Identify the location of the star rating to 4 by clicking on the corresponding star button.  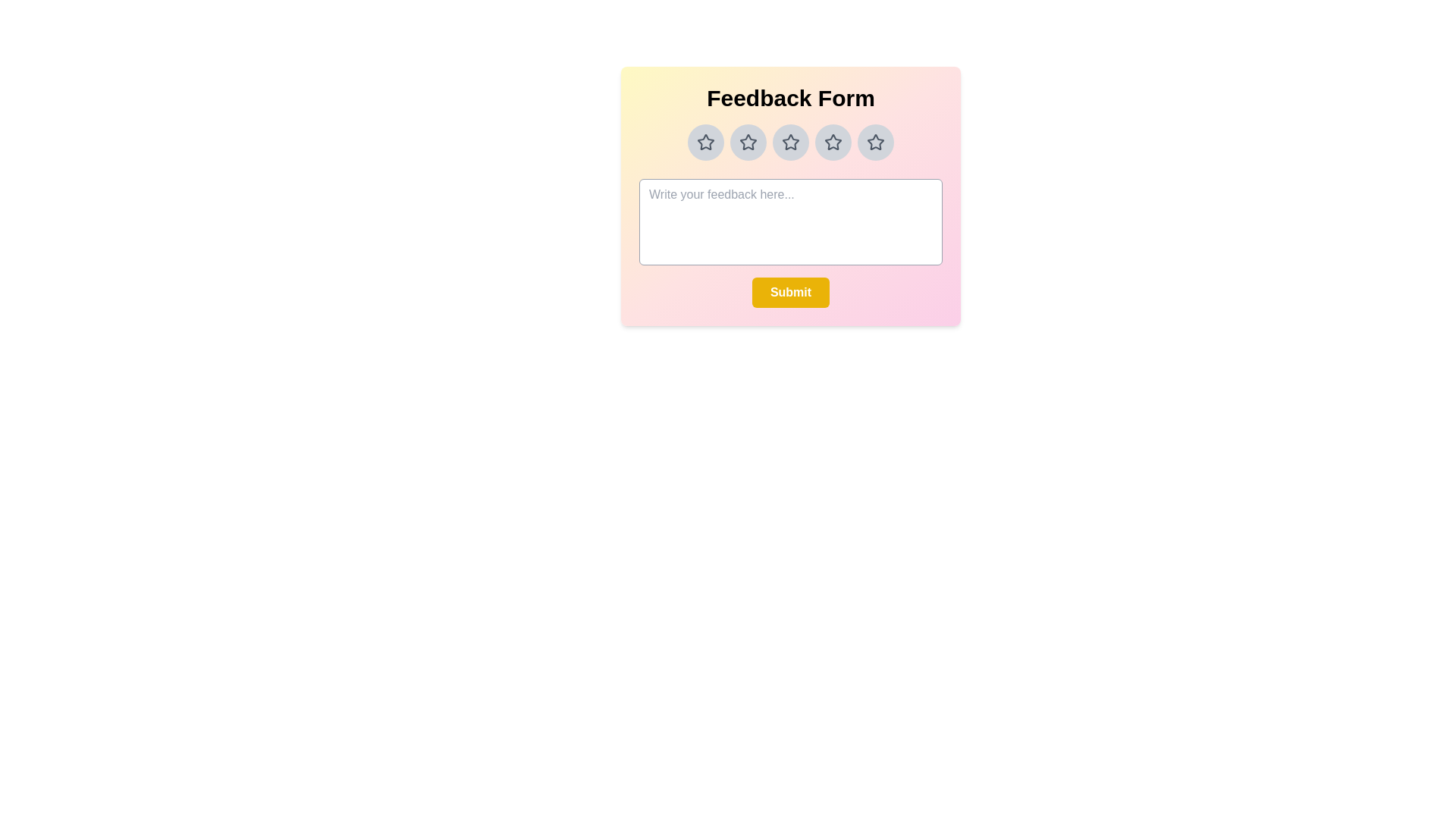
(833, 143).